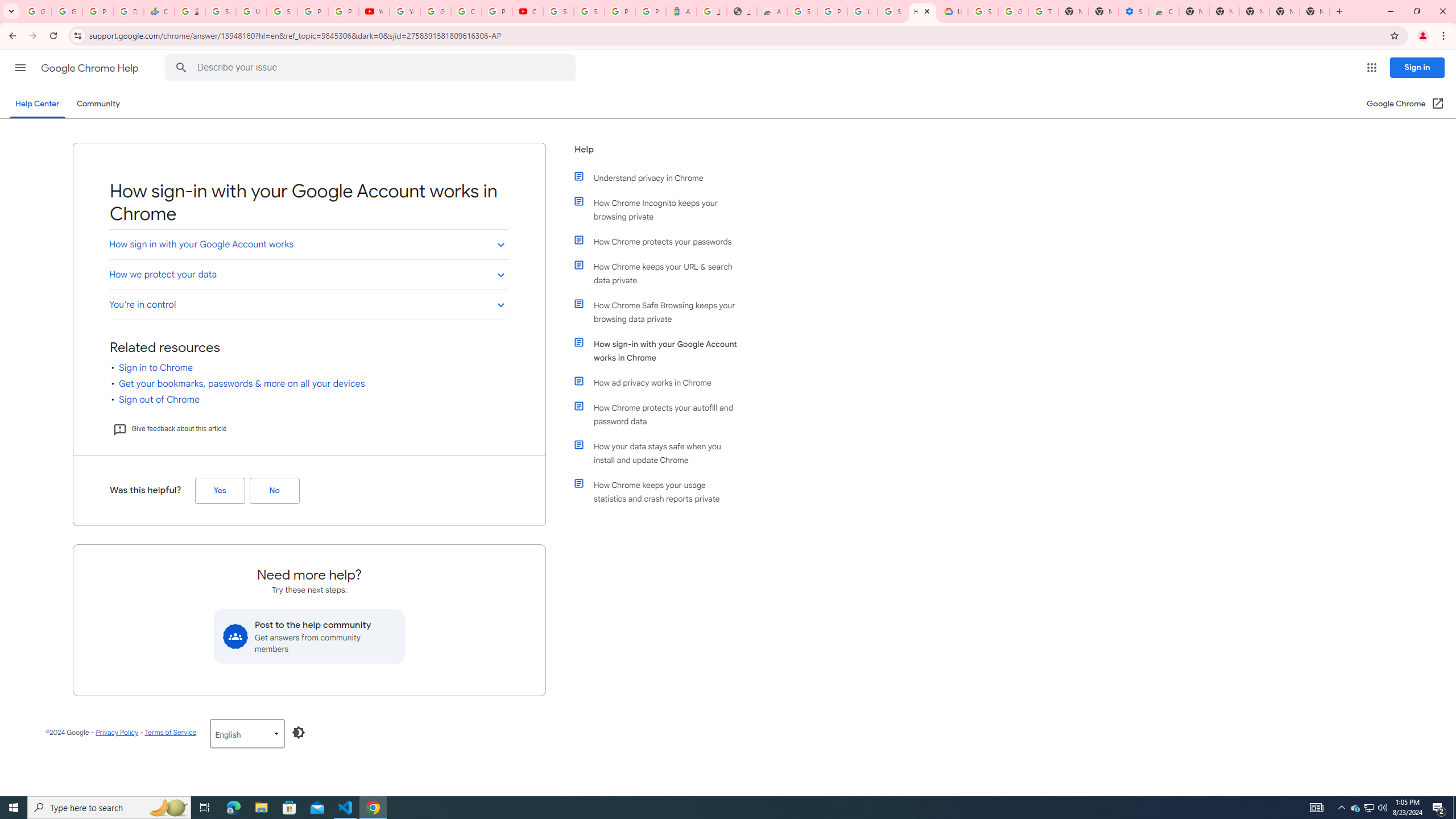 The image size is (1456, 819). I want to click on 'Create your Google Account', so click(466, 11).